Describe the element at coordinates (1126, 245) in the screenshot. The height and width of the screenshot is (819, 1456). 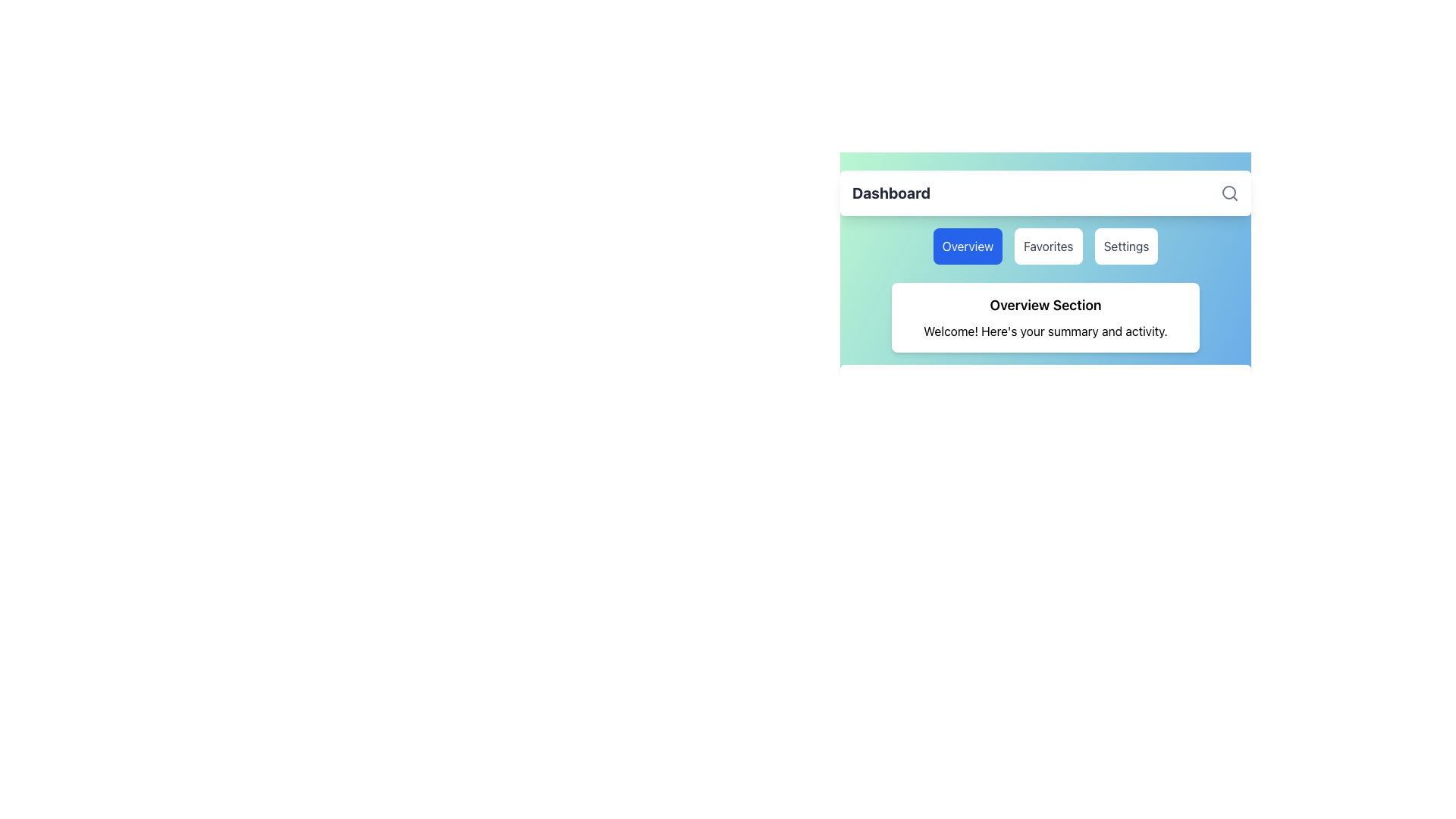
I see `the settings button located in the upper-right region of the menu` at that location.